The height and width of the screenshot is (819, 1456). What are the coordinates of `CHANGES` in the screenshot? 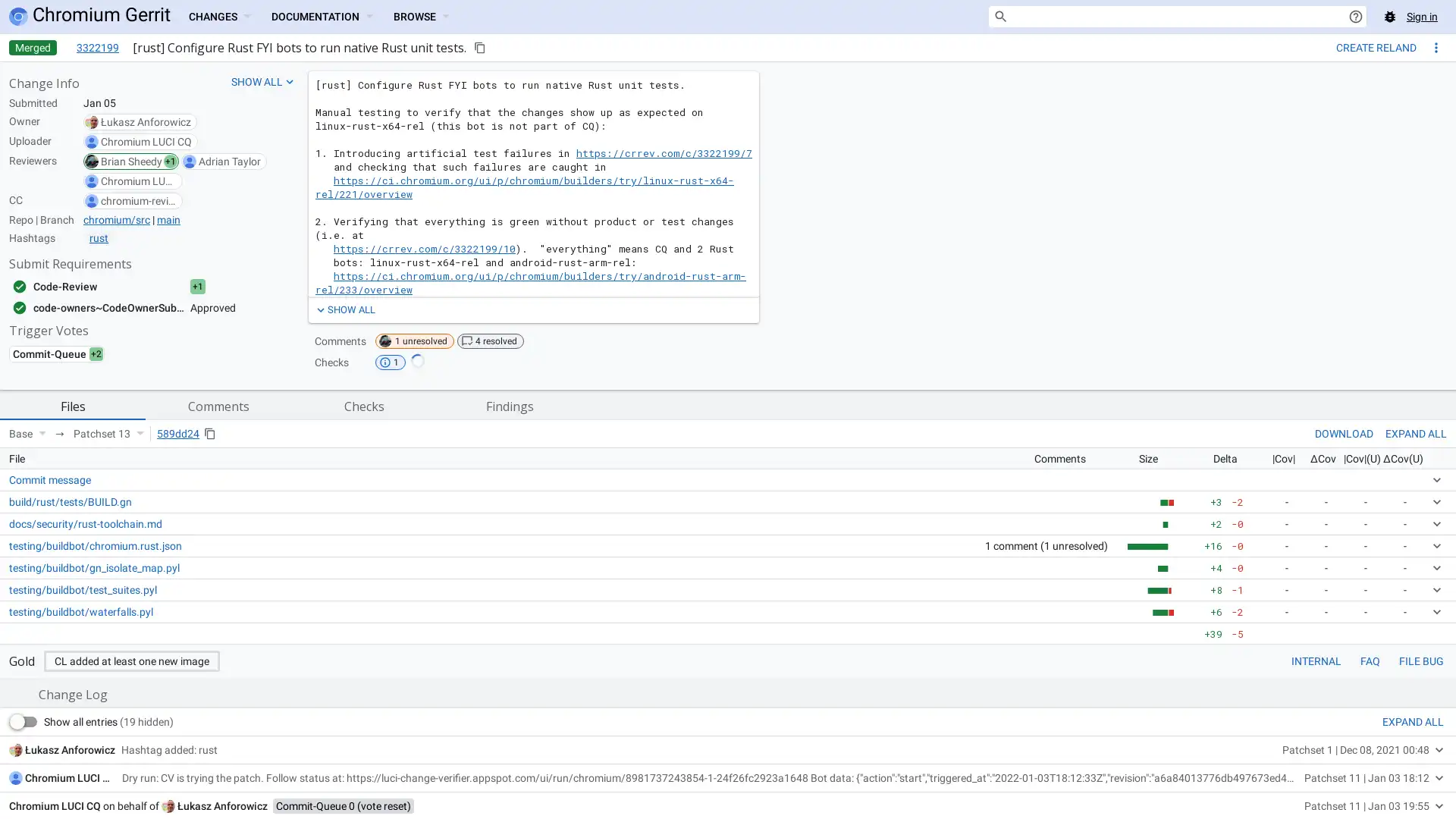 It's located at (218, 17).